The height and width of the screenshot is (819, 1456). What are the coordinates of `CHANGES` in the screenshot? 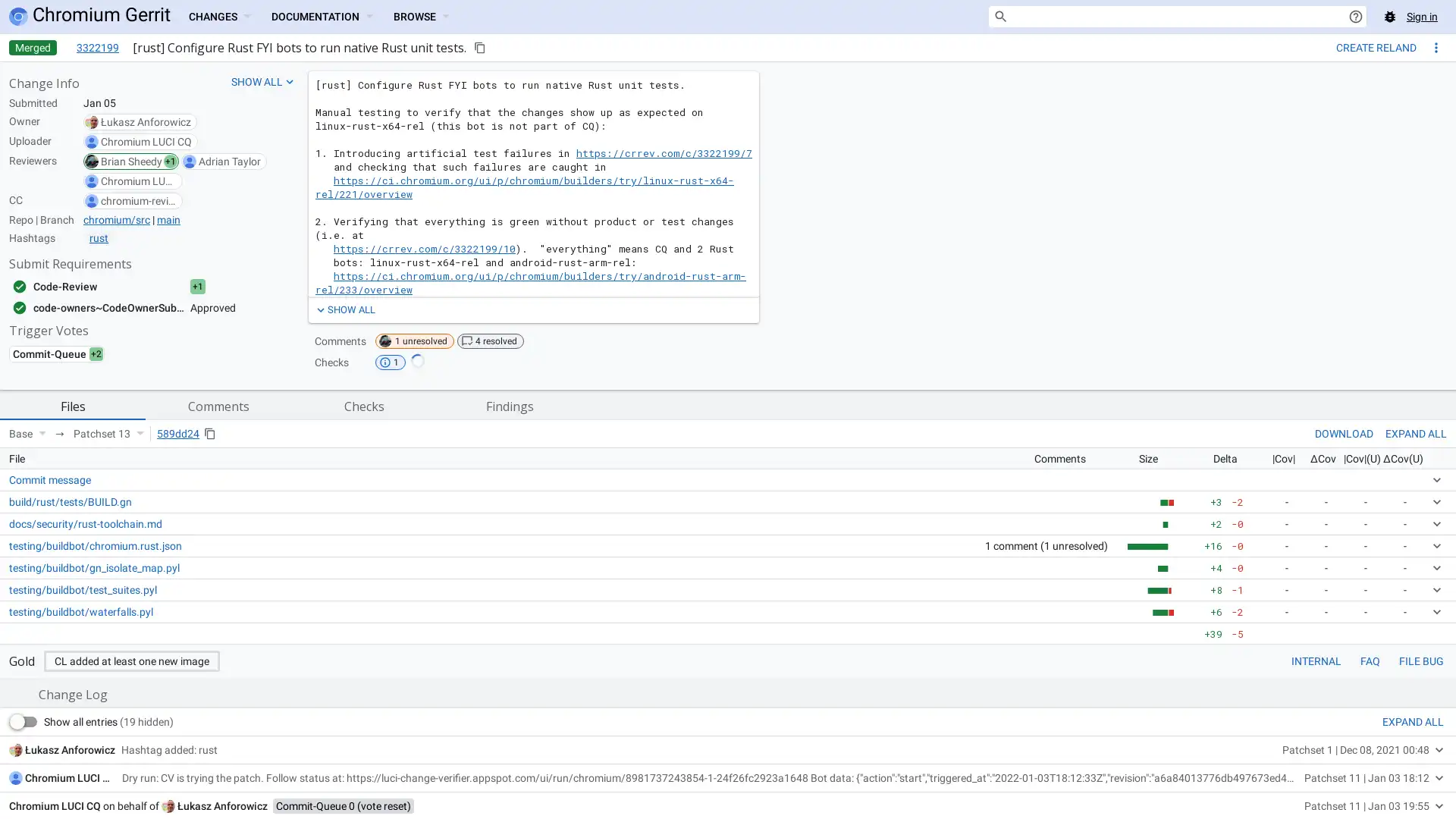 It's located at (218, 17).